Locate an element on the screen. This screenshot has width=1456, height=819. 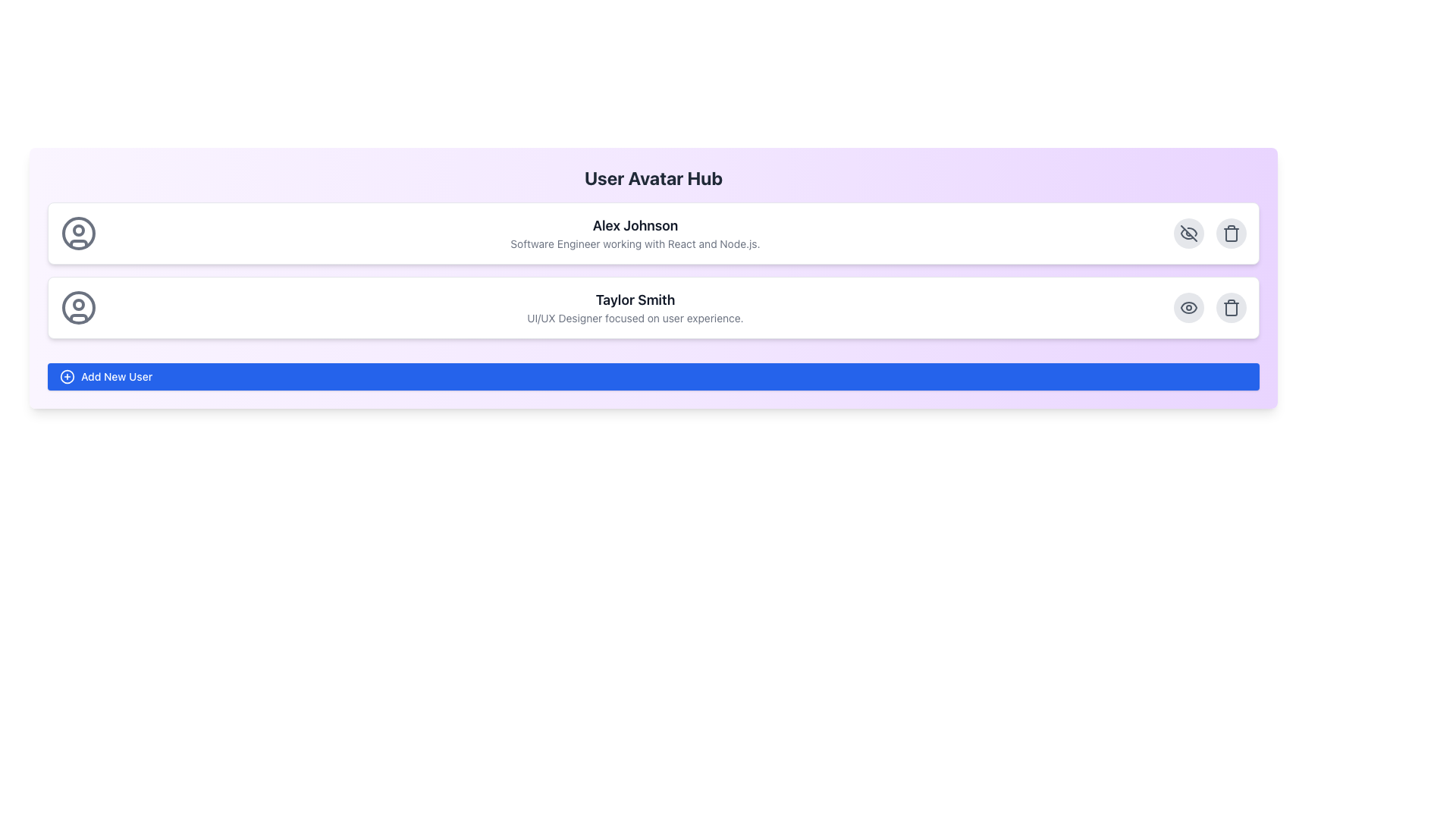
the circular '+' icon within the blue 'Add New User' button to initiate an action is located at coordinates (67, 376).